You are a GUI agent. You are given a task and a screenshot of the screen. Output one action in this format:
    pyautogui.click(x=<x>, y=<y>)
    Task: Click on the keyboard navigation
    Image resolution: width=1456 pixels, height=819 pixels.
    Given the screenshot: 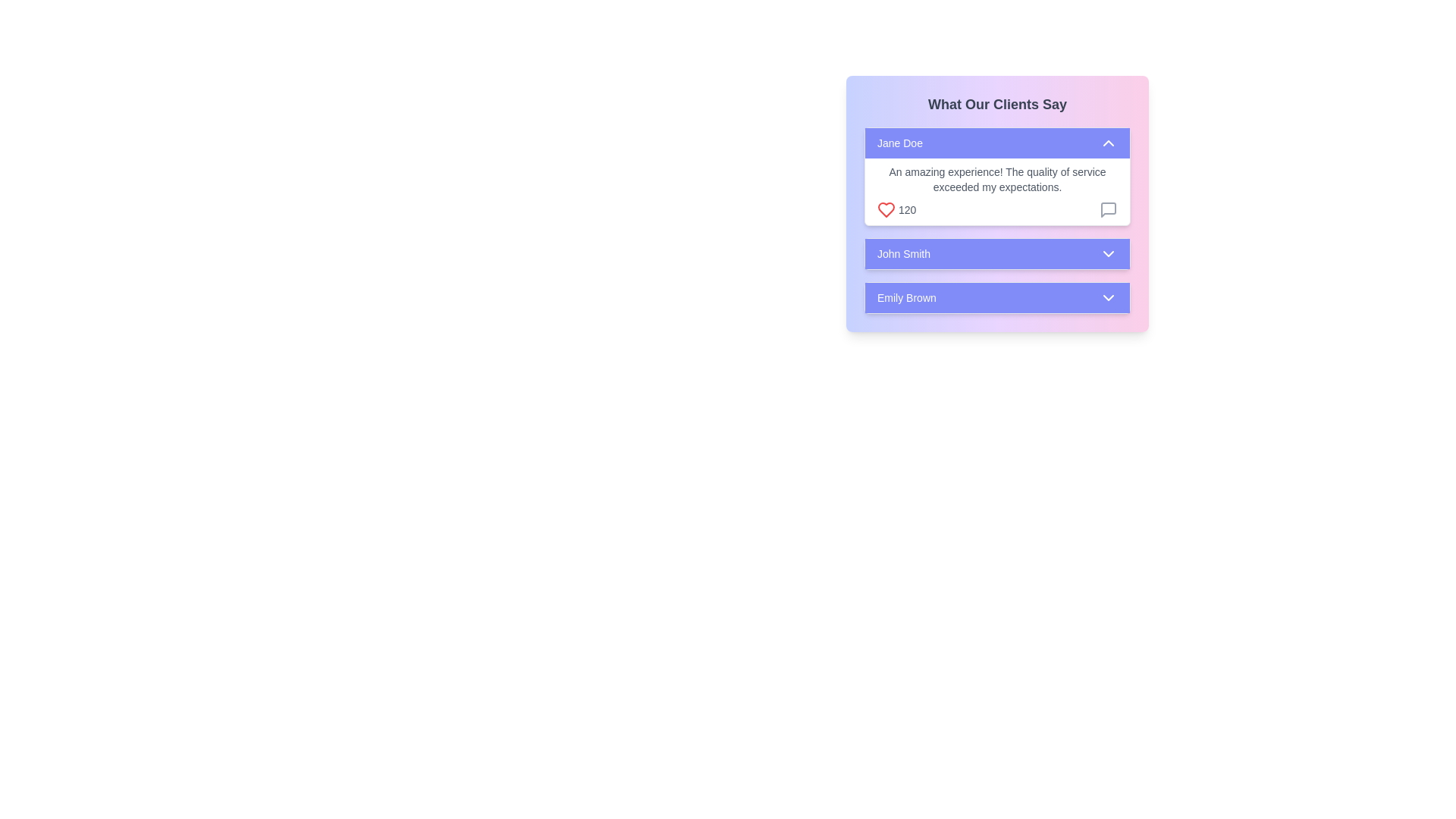 What is the action you would take?
    pyautogui.click(x=997, y=298)
    